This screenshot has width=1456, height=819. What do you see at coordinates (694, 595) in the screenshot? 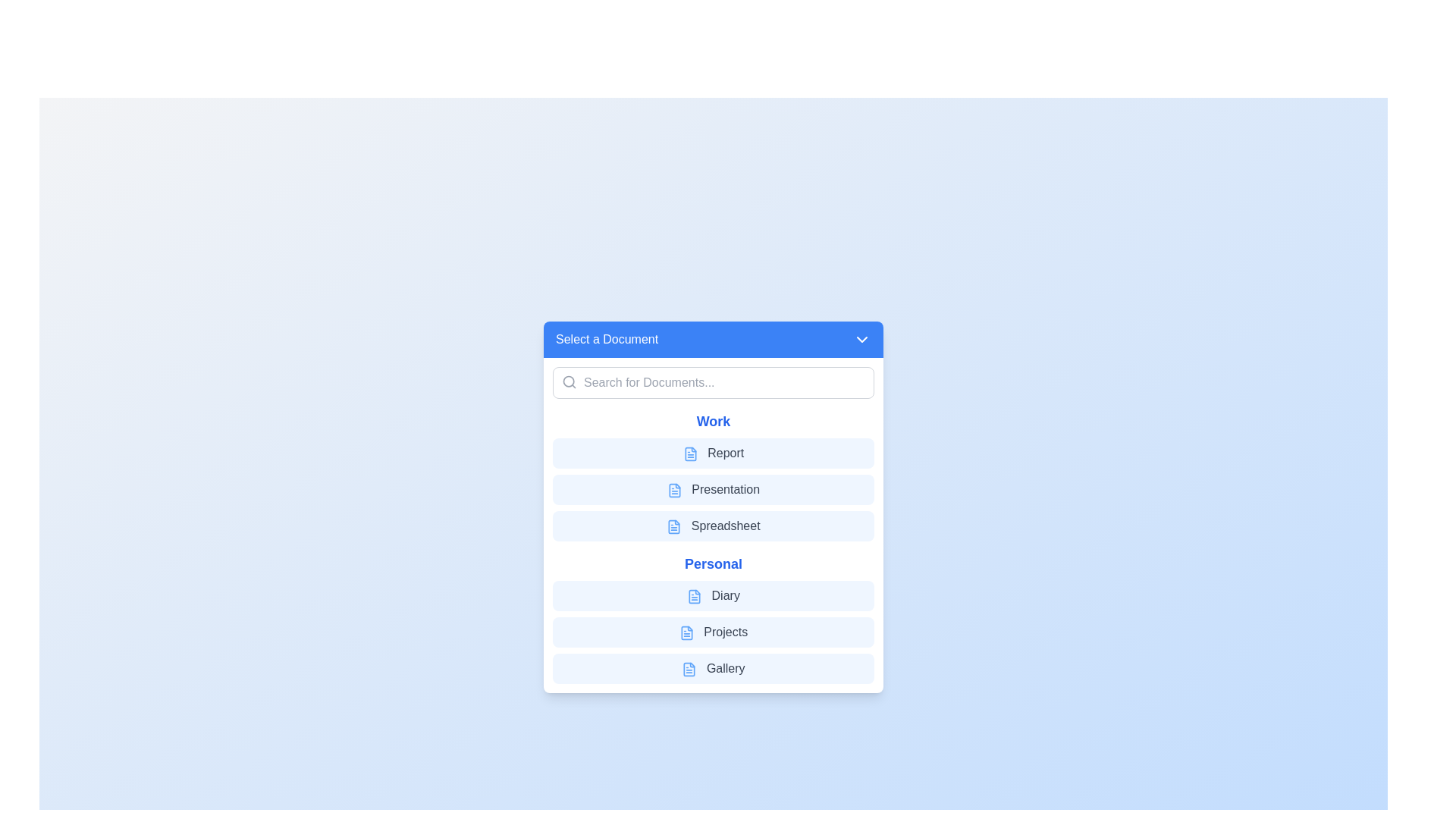
I see `the Diary icon in the Personal section of the menu` at bounding box center [694, 595].